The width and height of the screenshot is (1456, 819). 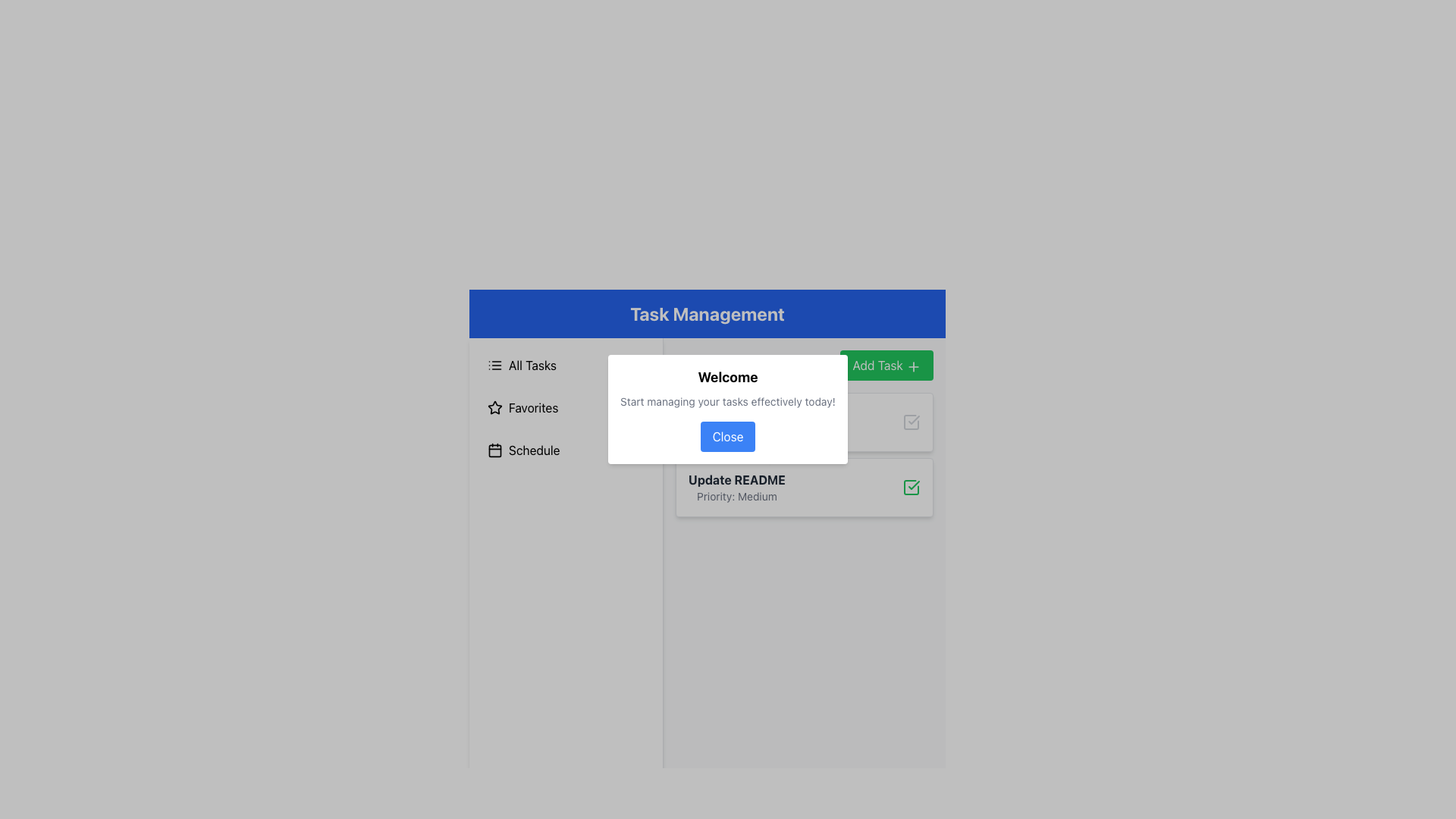 What do you see at coordinates (494, 450) in the screenshot?
I see `the Decorative component of the calendar icon, which is located to the left of the 'Schedule' label in the navigation menu` at bounding box center [494, 450].